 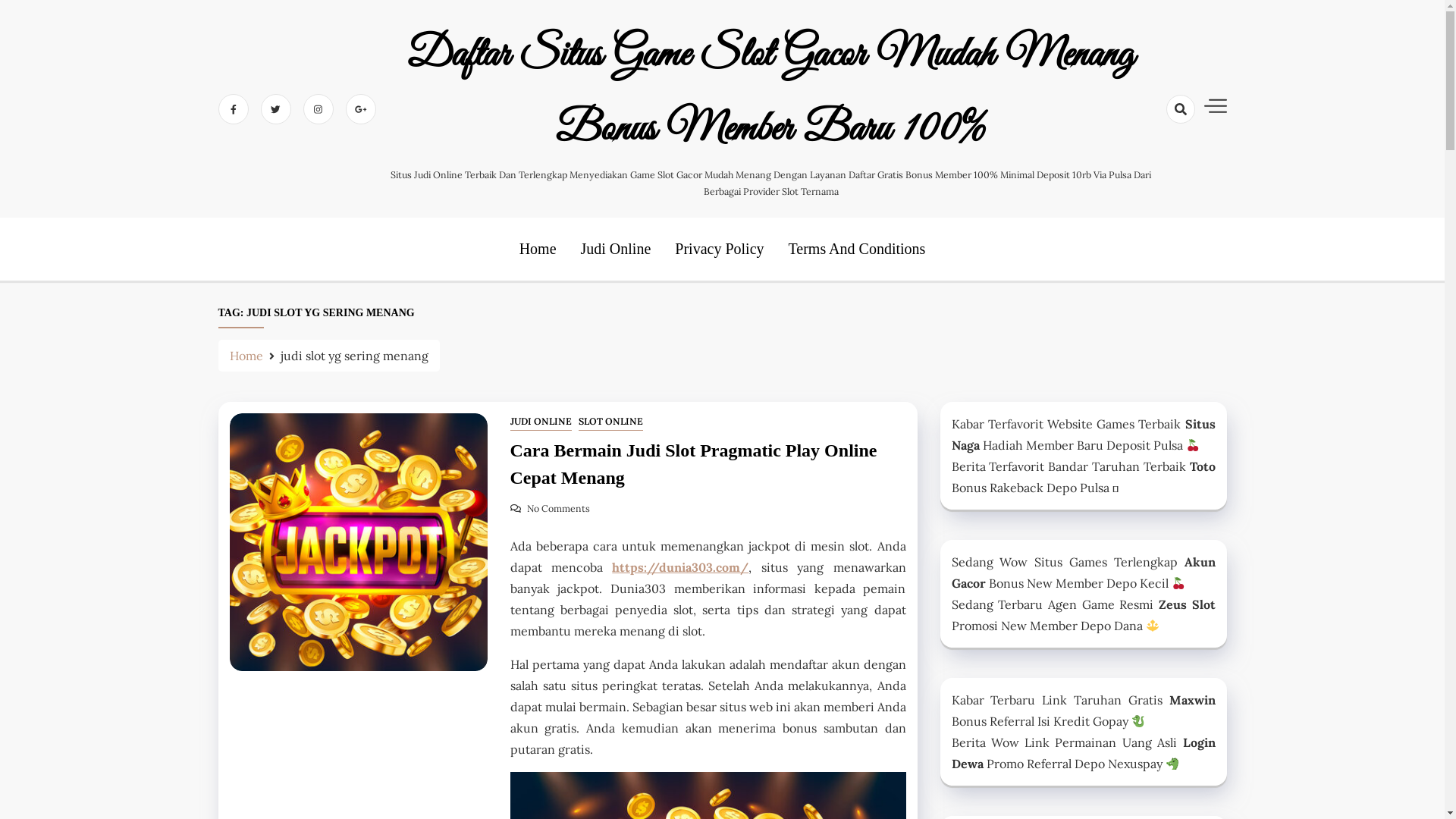 What do you see at coordinates (610, 422) in the screenshot?
I see `'SLOT ONLINE'` at bounding box center [610, 422].